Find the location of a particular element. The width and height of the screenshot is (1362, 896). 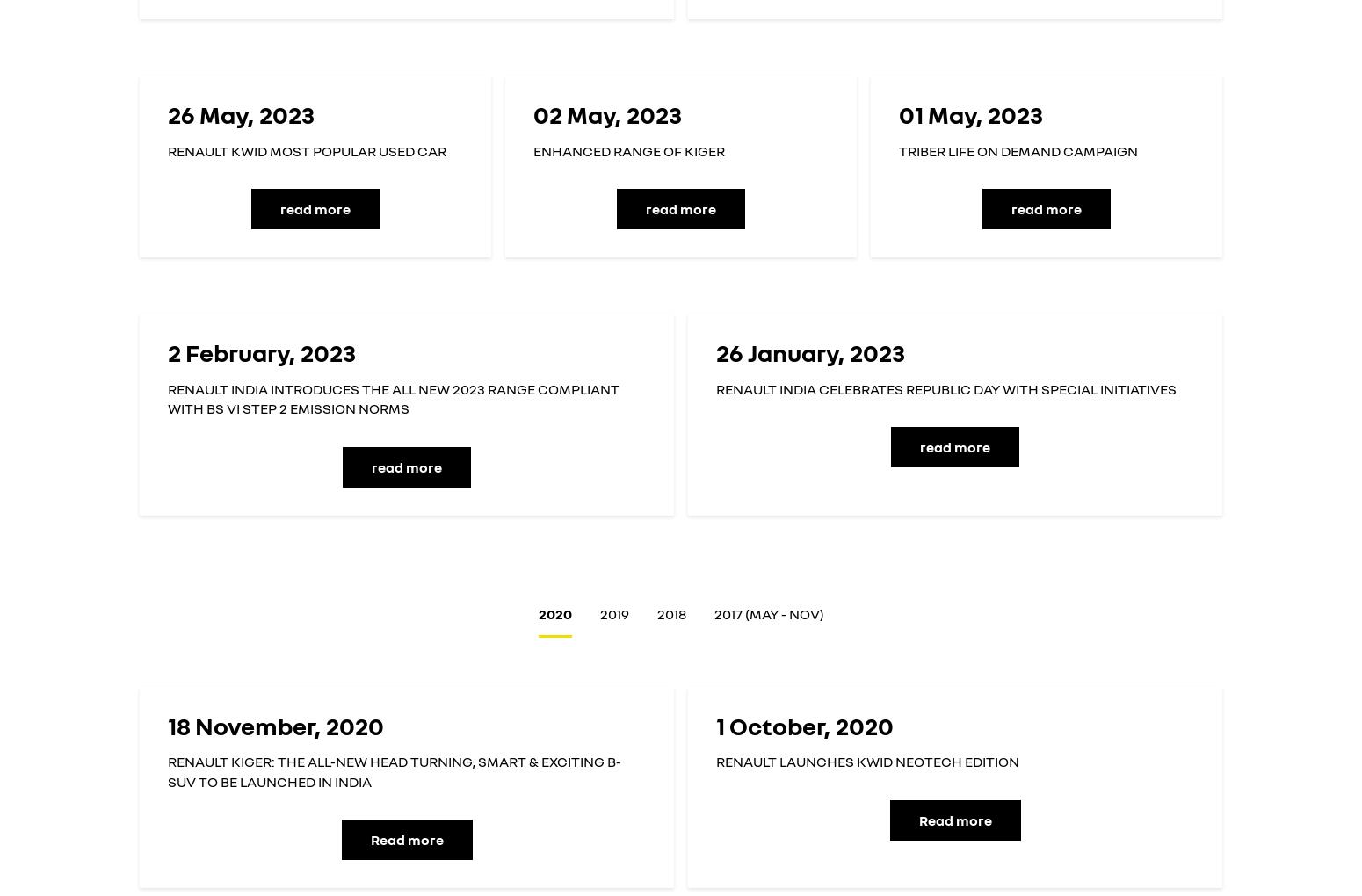

'RENAULT INDIA CELEBRATES REPUBLIC DAY WITH SPECIAL INITIATIVES' is located at coordinates (945, 387).